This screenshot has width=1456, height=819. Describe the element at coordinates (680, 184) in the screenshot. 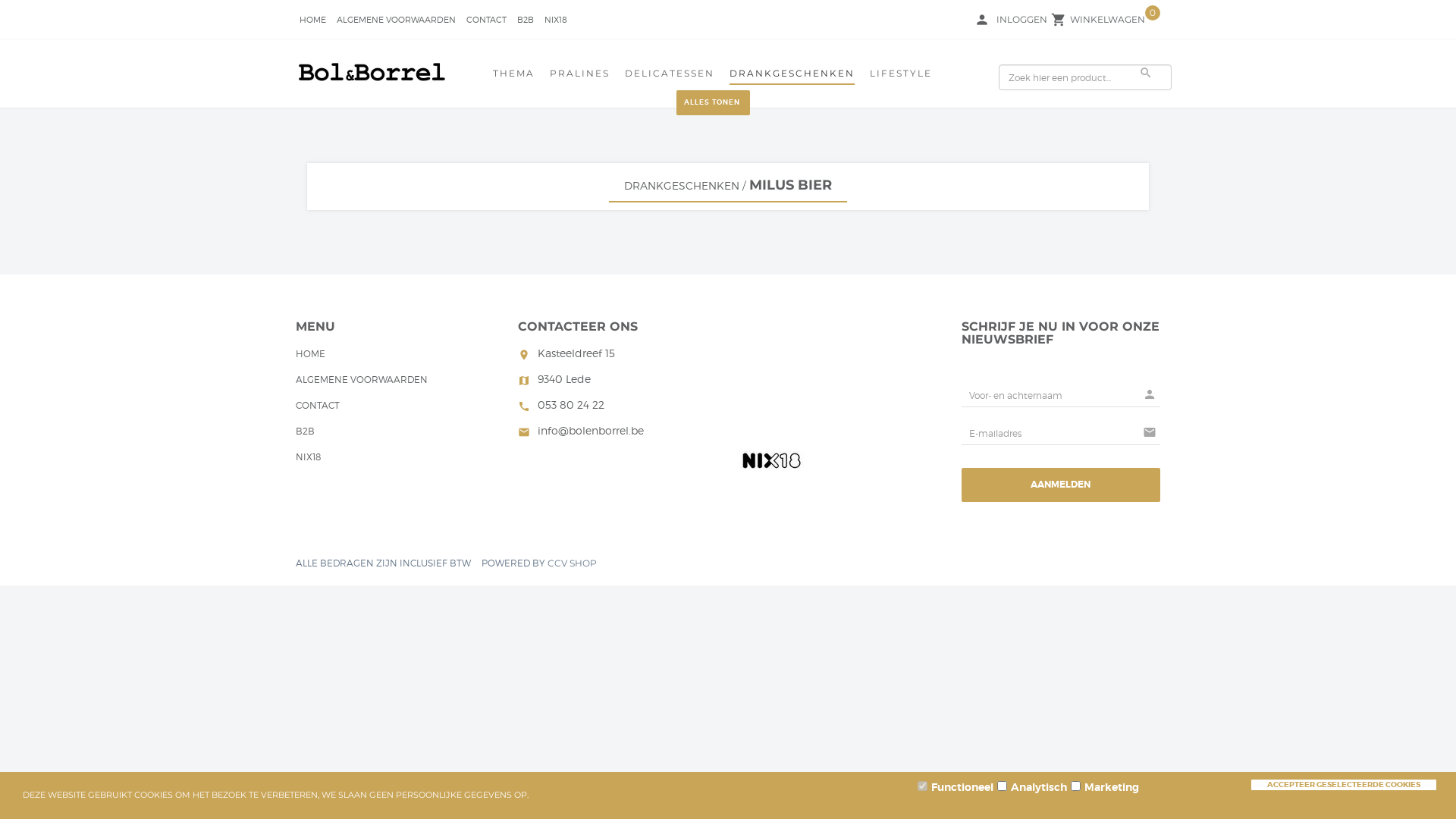

I see `'DRANKGESCHENKEN'` at that location.